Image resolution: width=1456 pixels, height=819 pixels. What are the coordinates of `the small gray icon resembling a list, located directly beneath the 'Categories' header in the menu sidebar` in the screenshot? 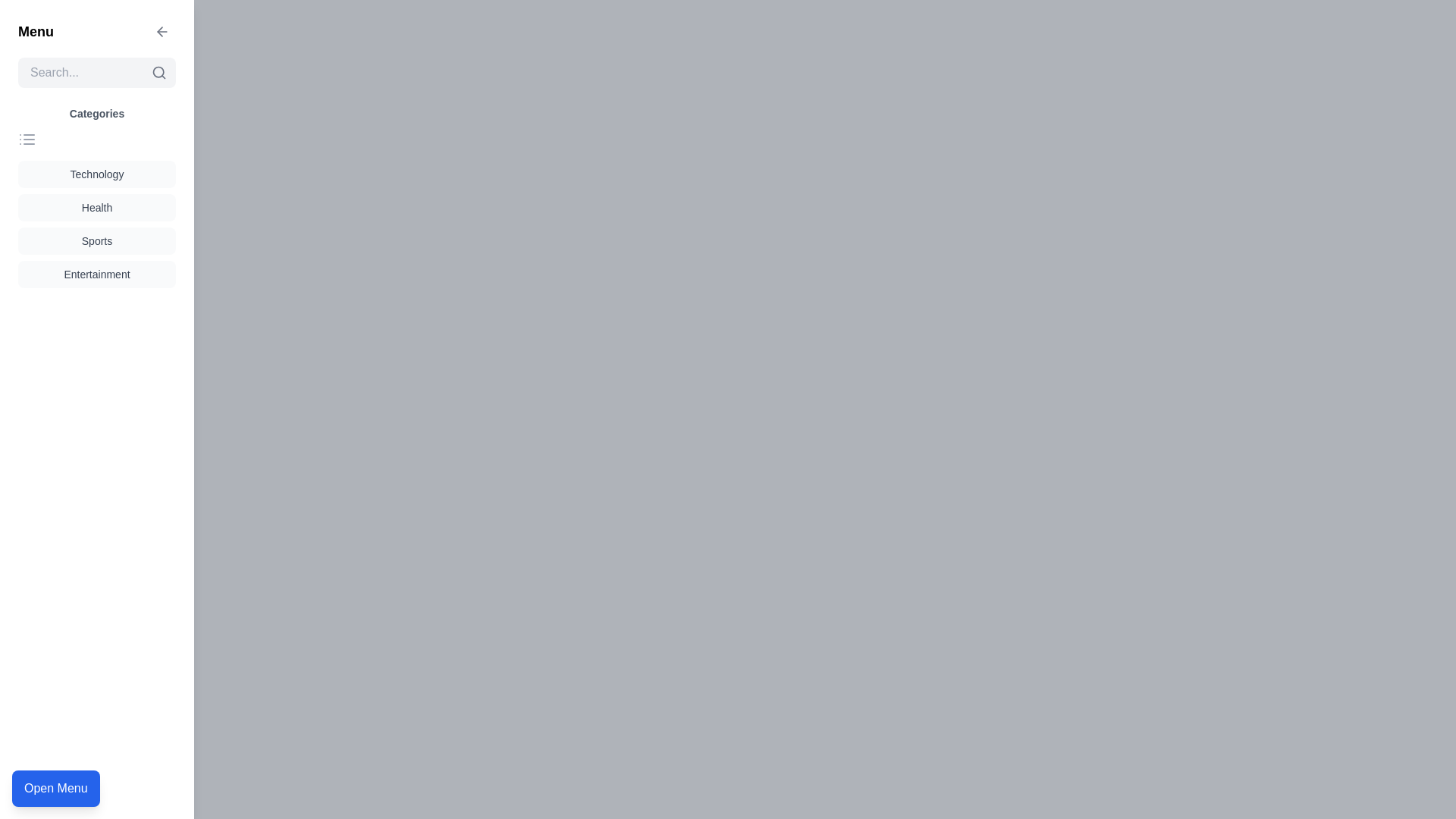 It's located at (27, 140).